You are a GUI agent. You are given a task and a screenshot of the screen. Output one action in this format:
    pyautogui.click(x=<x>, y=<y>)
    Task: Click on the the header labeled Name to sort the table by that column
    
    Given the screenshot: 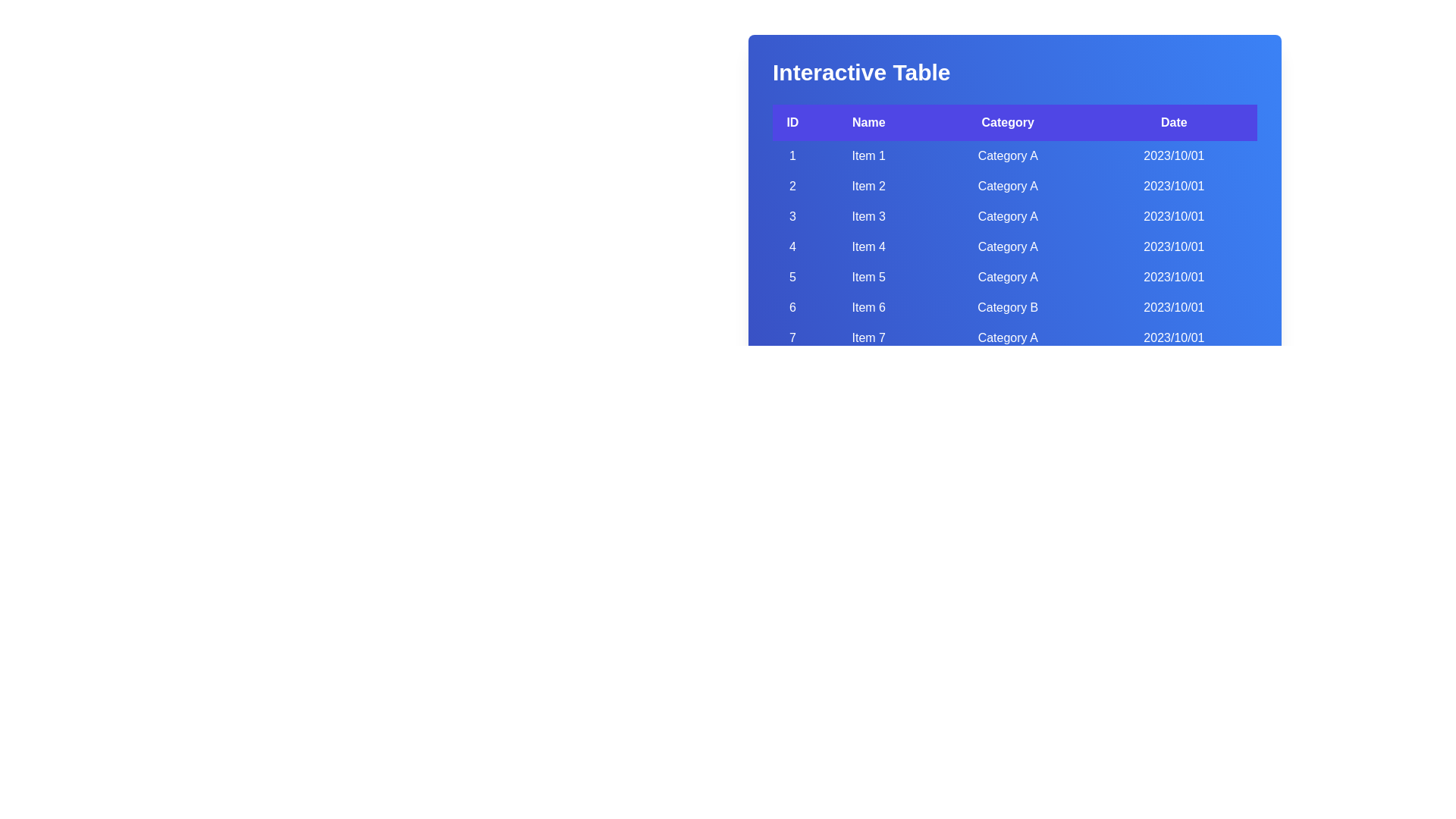 What is the action you would take?
    pyautogui.click(x=868, y=122)
    